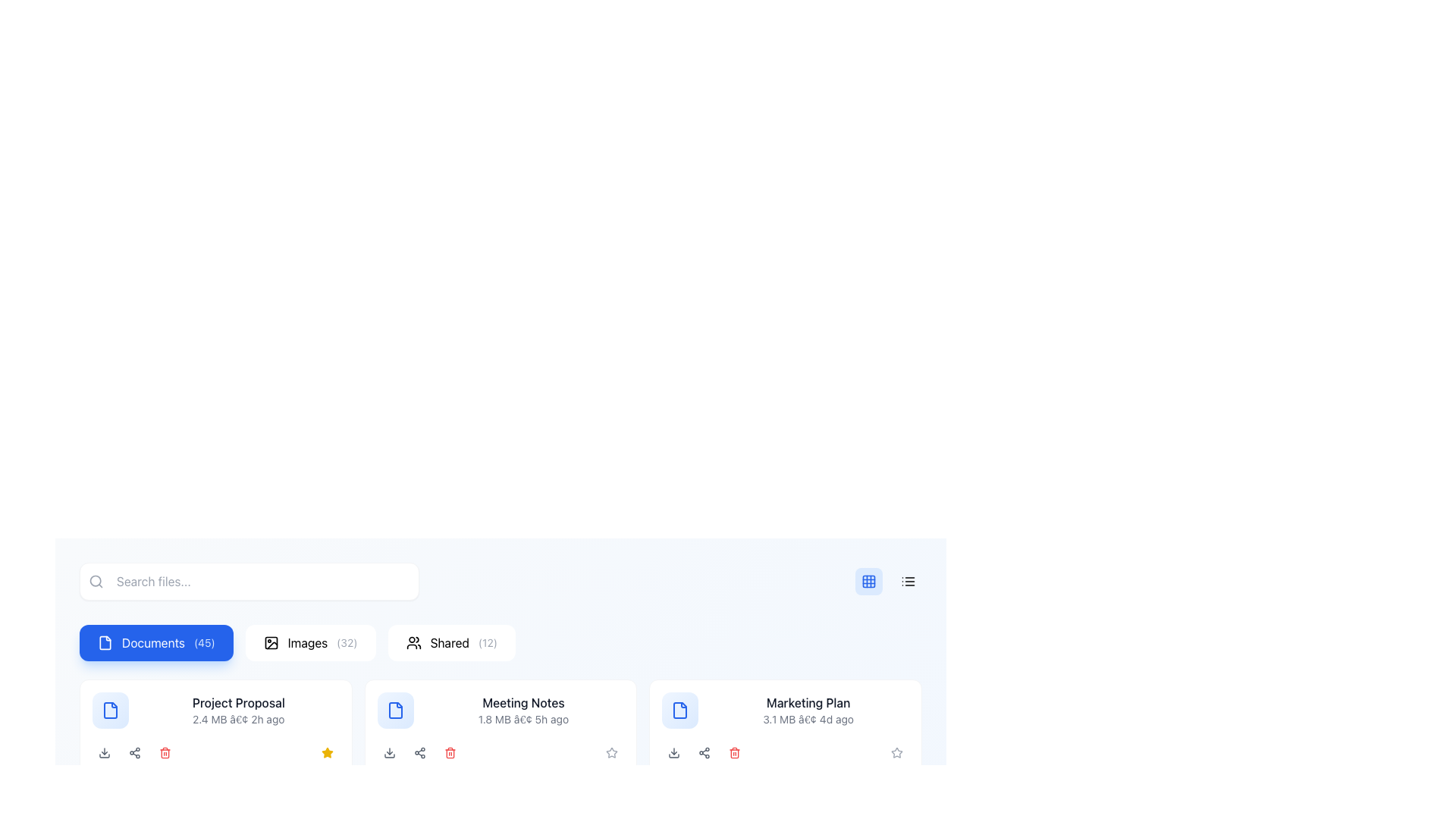 The image size is (1456, 819). Describe the element at coordinates (419, 752) in the screenshot. I see `the share icon located near the middle of the bottom part of the interface` at that location.